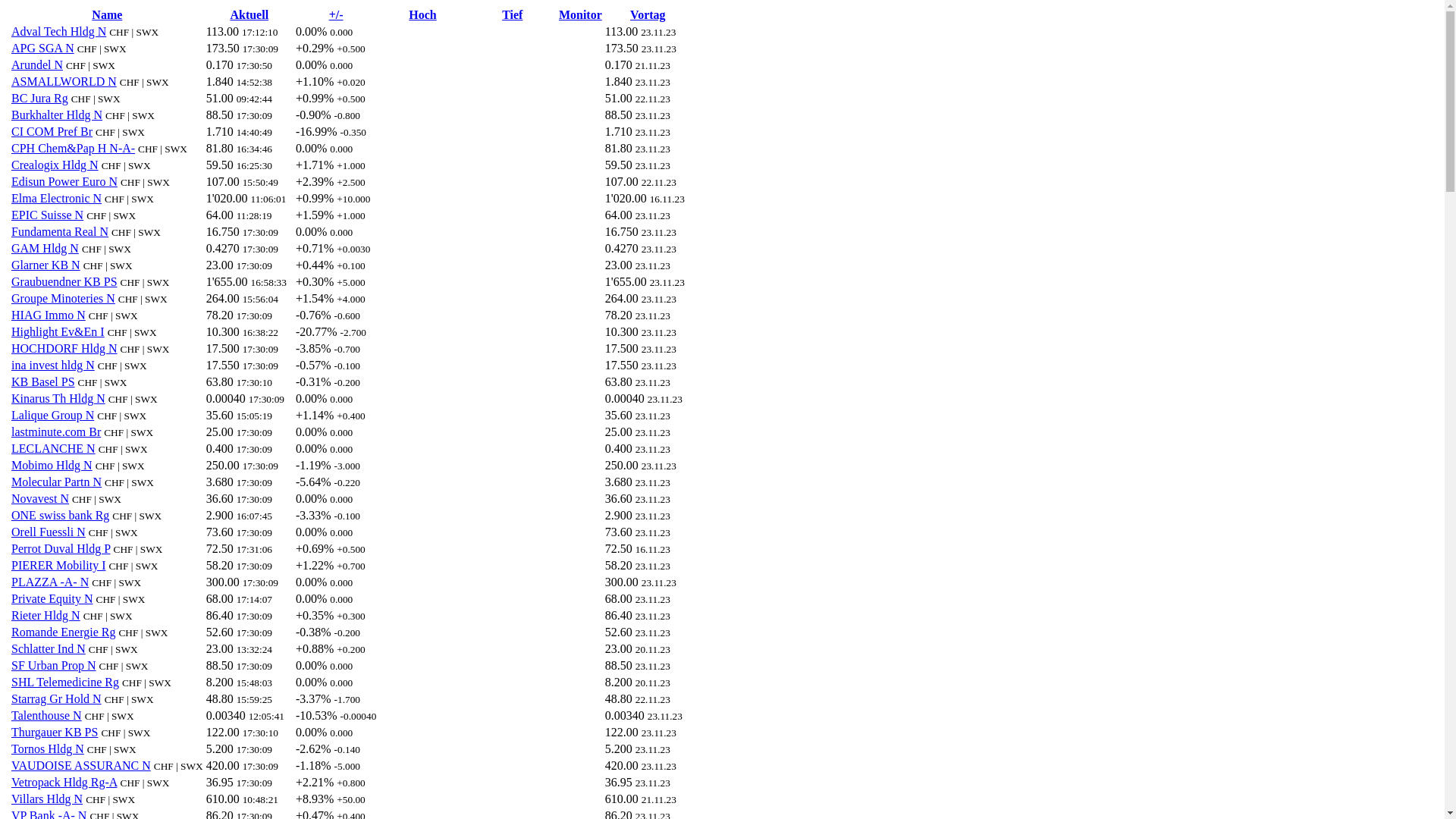  What do you see at coordinates (11, 381) in the screenshot?
I see `'KB Basel PS'` at bounding box center [11, 381].